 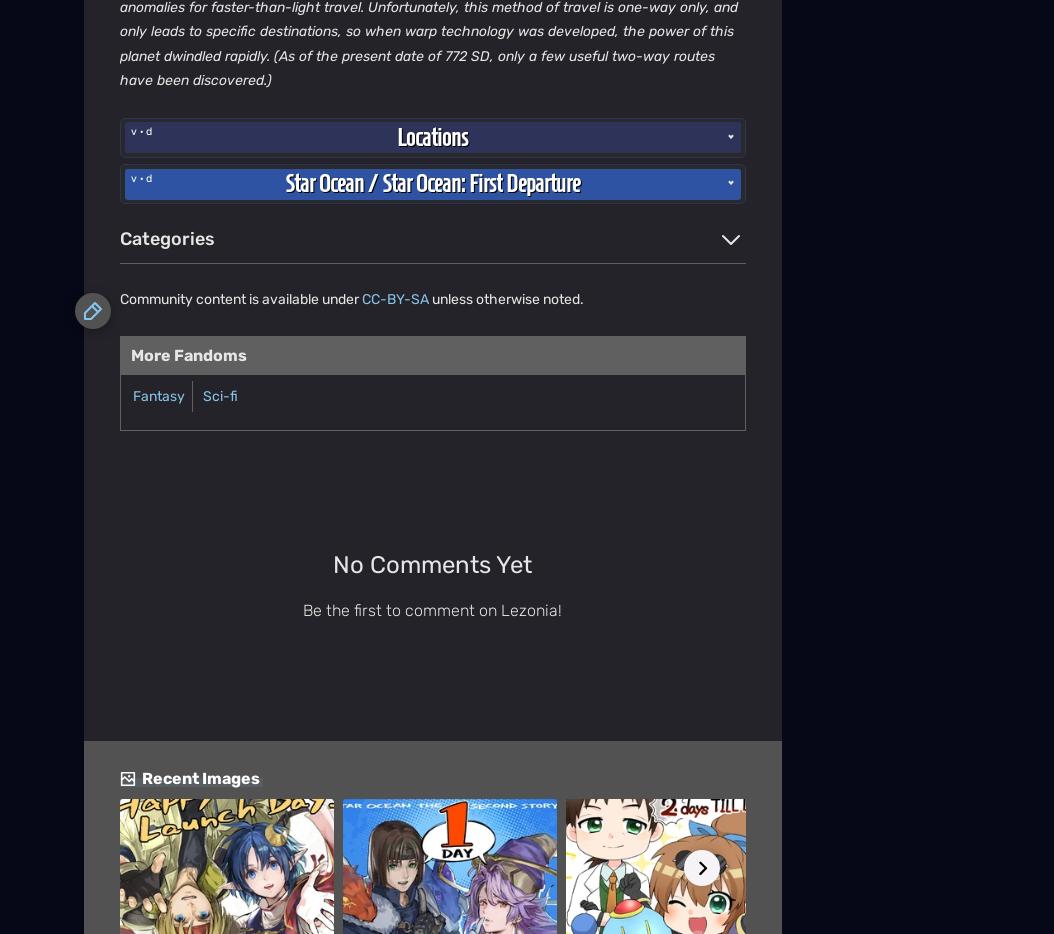 I want to click on 'Media Kit', so click(x=112, y=274).